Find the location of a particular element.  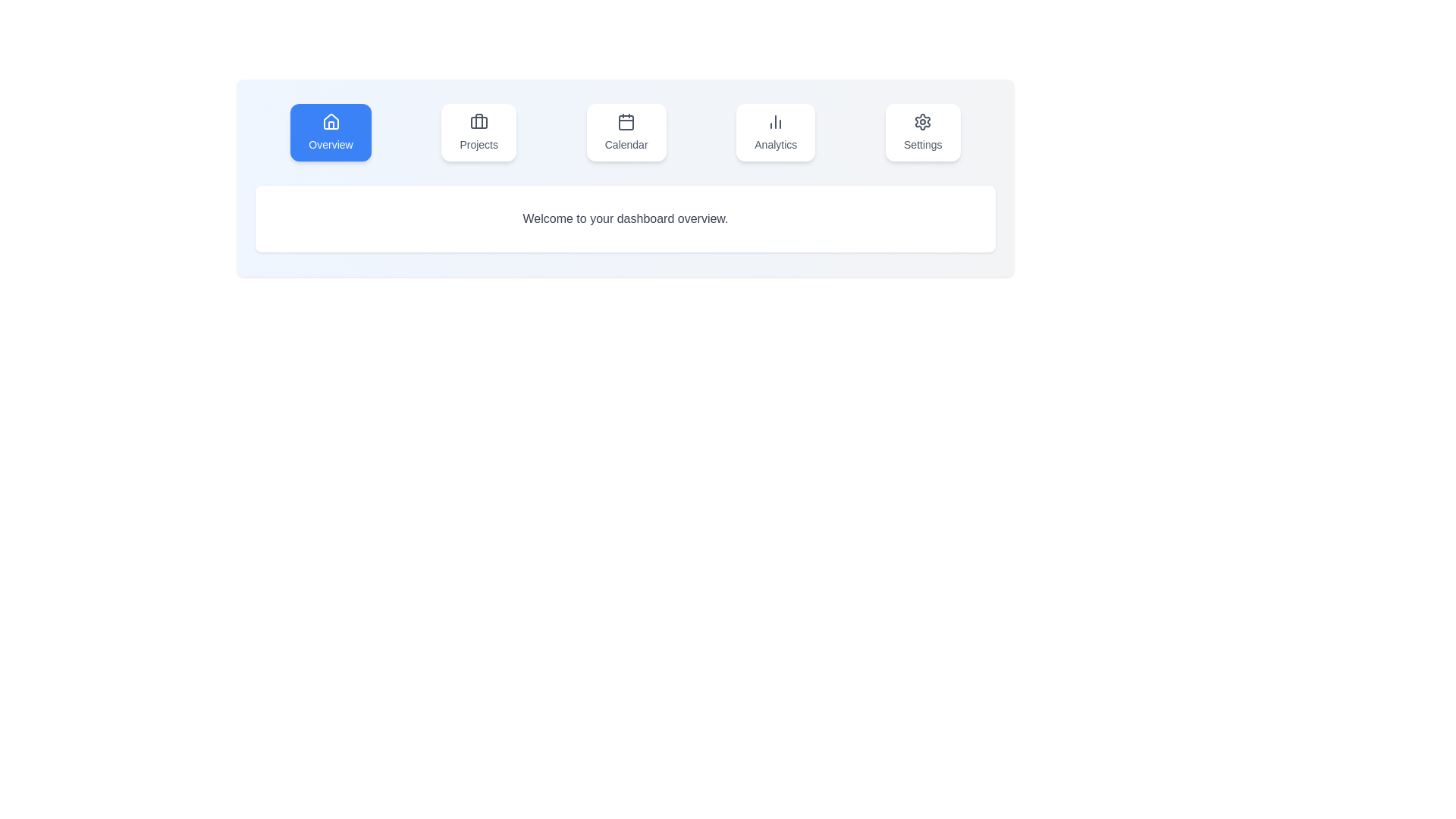

the rounded rectangular button with a white background and a gray calendar icon labeled 'Calendar' is located at coordinates (626, 131).